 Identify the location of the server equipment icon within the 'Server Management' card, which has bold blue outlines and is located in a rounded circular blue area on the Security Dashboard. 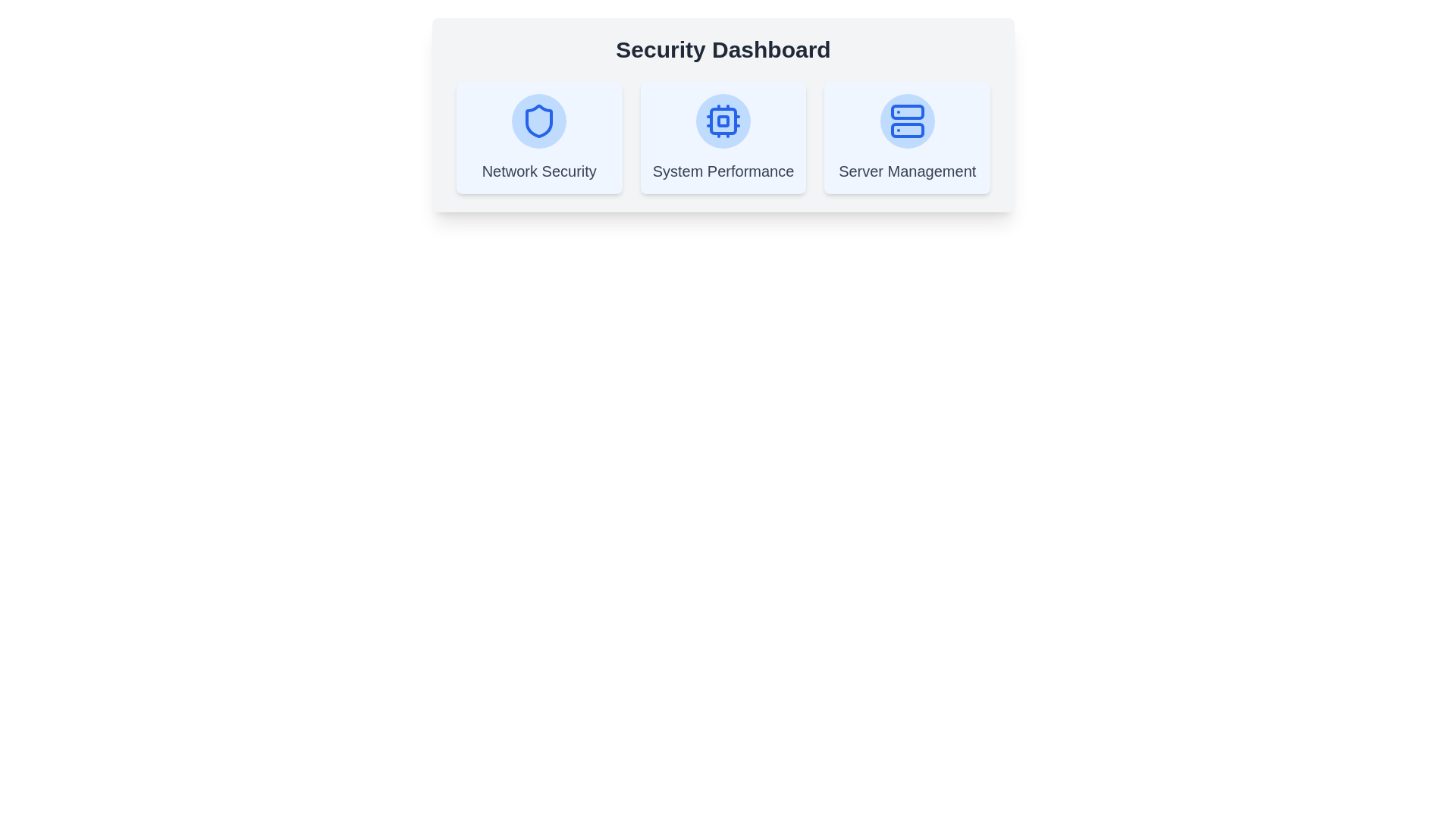
(907, 120).